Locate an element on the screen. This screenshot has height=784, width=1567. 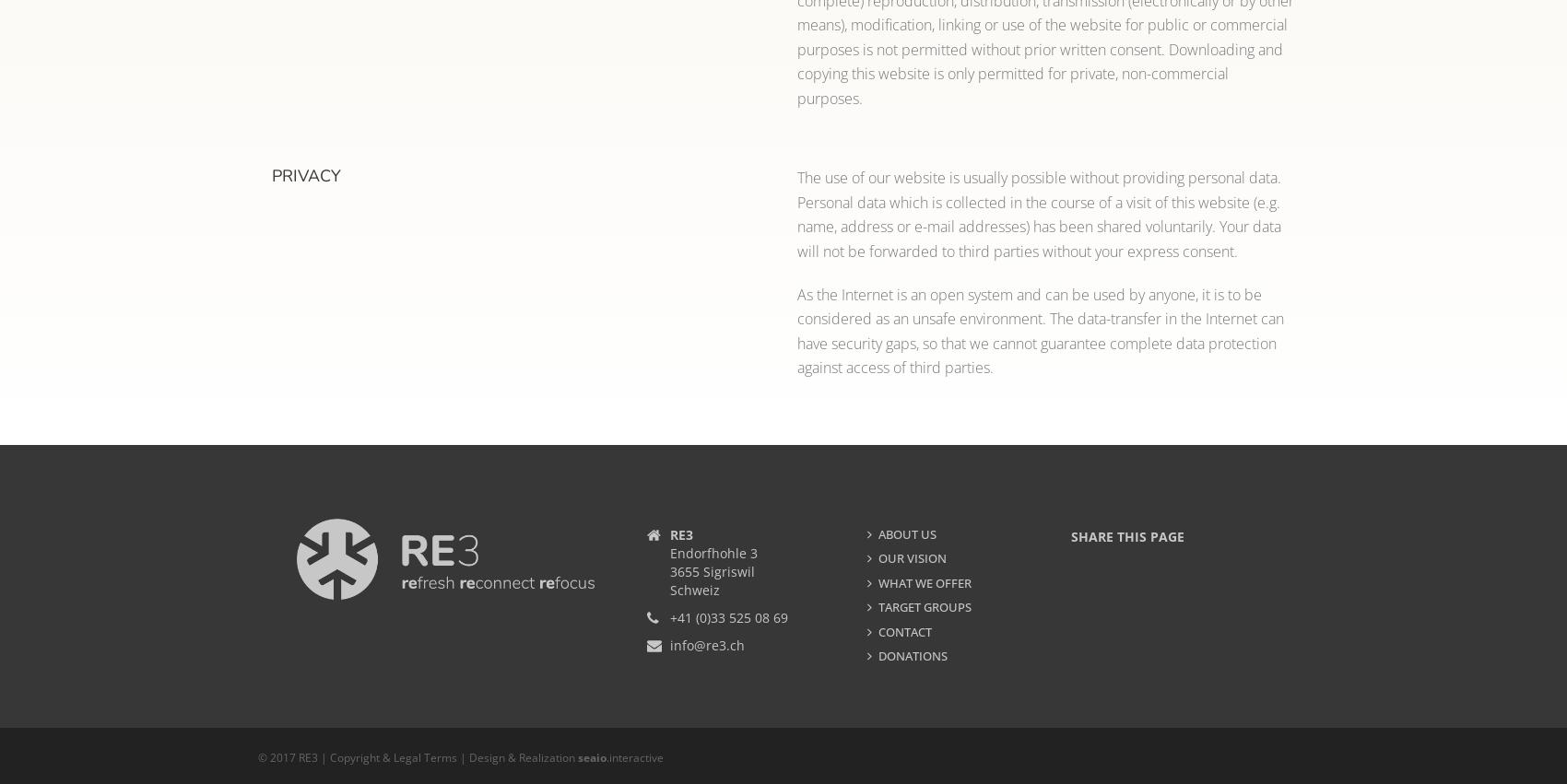
'Donations' is located at coordinates (912, 655).